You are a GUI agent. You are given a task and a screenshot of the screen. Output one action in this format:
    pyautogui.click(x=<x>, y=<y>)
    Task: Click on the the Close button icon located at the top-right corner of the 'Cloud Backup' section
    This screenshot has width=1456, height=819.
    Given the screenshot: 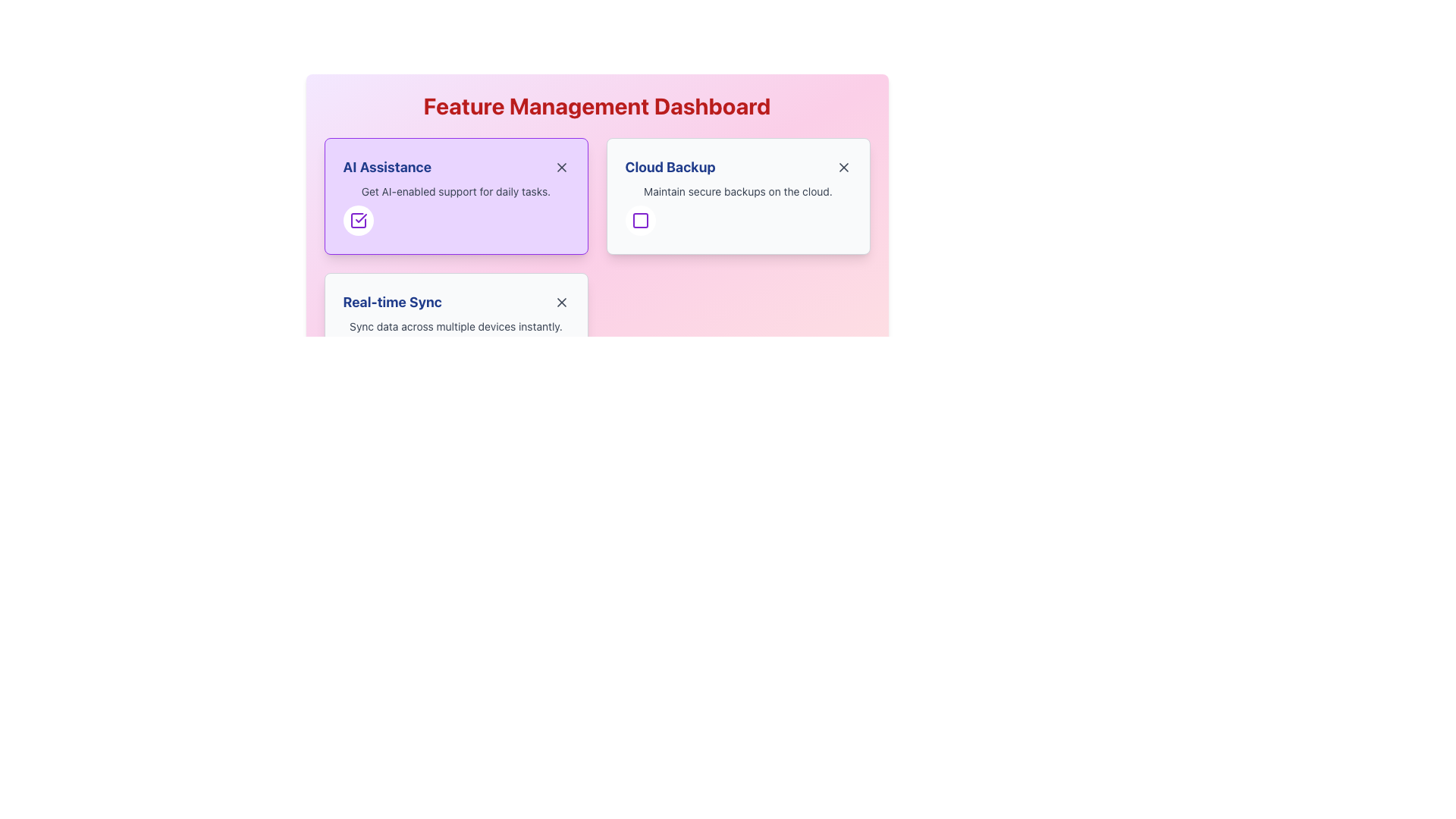 What is the action you would take?
    pyautogui.click(x=843, y=167)
    